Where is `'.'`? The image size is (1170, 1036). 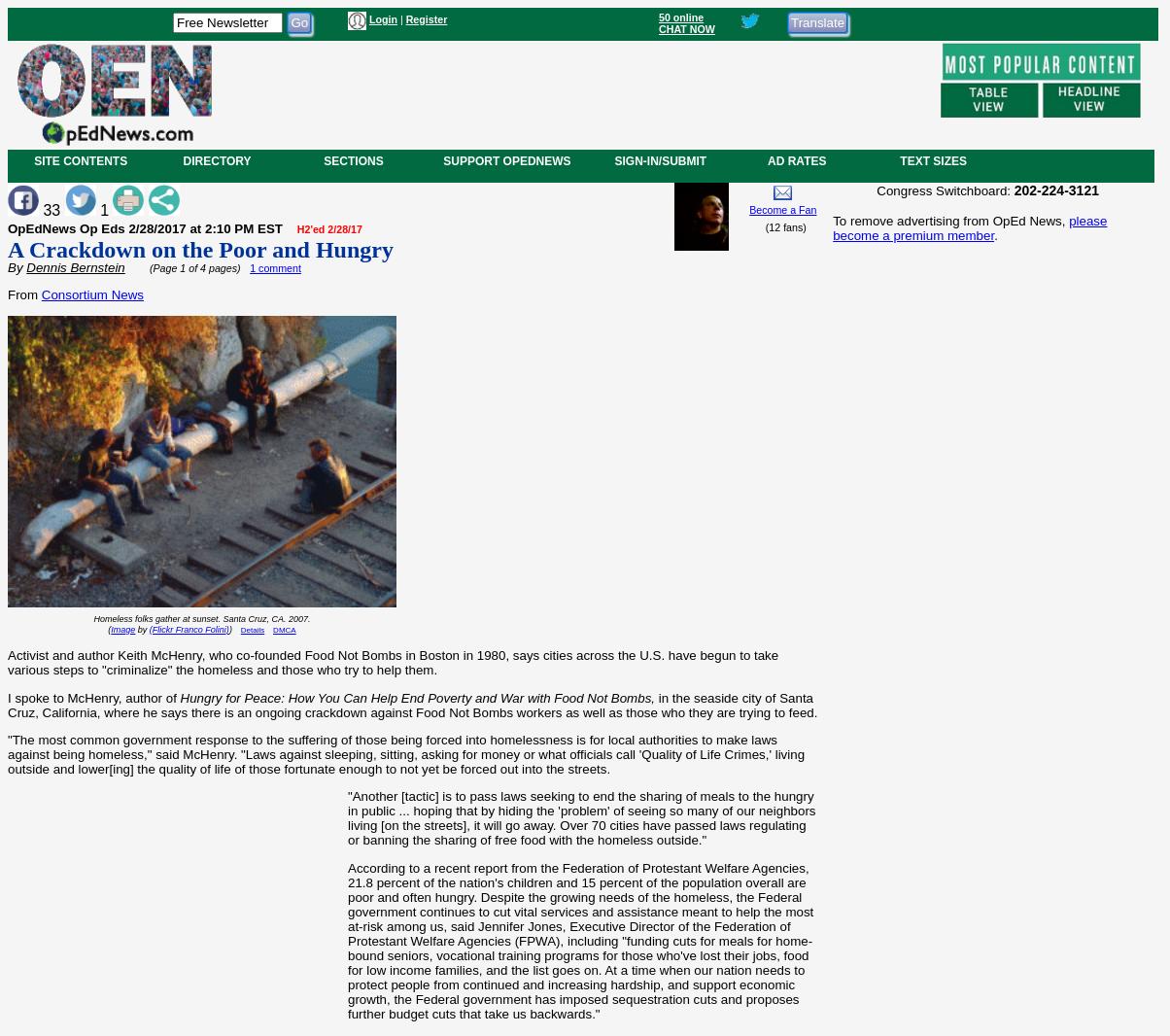
'.' is located at coordinates (995, 233).